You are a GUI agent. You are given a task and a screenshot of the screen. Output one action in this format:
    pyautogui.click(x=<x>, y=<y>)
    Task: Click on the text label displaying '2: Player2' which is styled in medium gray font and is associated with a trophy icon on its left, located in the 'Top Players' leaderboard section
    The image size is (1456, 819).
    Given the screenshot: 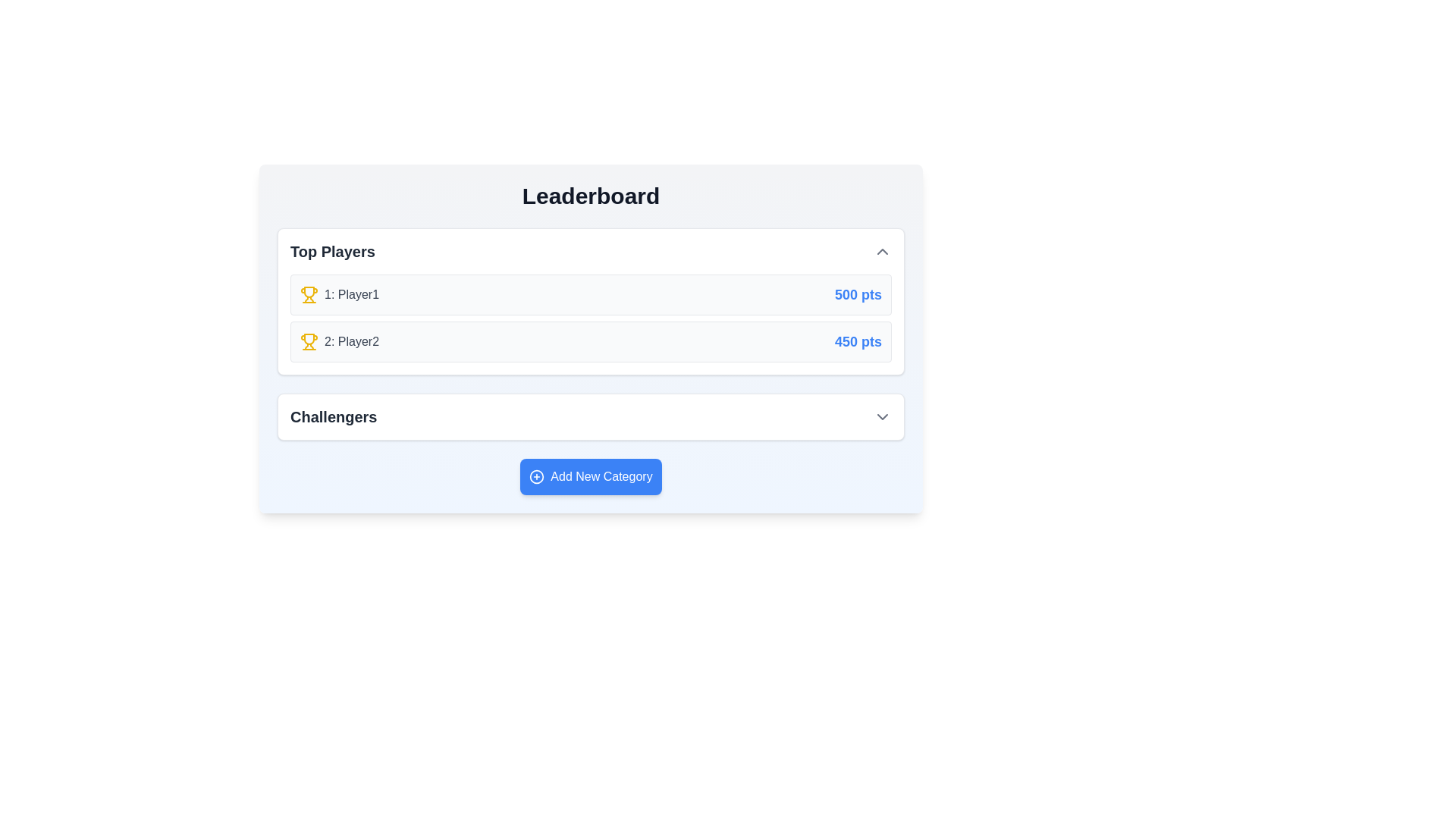 What is the action you would take?
    pyautogui.click(x=338, y=342)
    